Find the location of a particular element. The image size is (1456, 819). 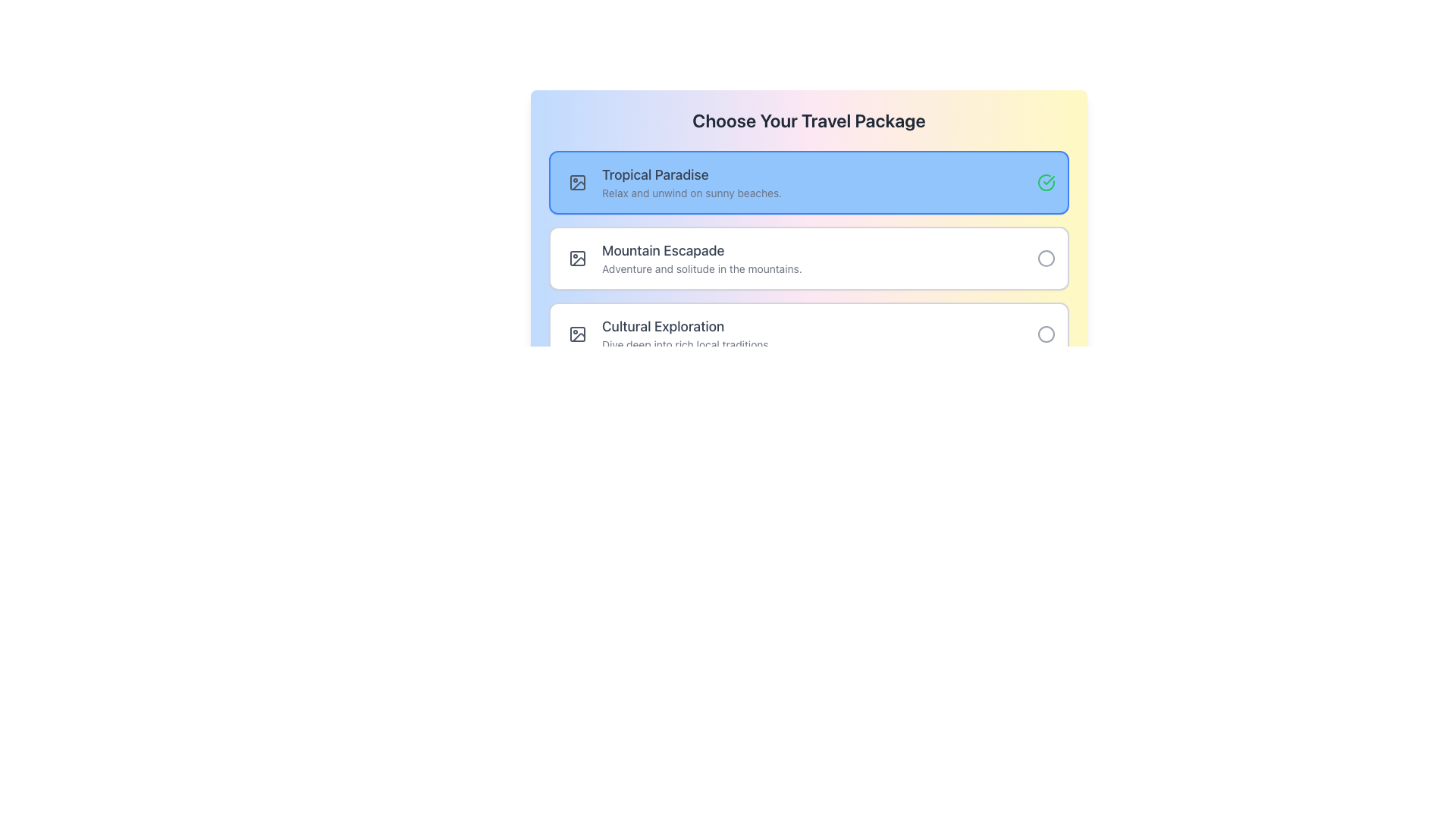

the radio button styled as a circular icon located to the far right of the 'Cultural Exploration' list item, for keyboard navigation is located at coordinates (1046, 333).